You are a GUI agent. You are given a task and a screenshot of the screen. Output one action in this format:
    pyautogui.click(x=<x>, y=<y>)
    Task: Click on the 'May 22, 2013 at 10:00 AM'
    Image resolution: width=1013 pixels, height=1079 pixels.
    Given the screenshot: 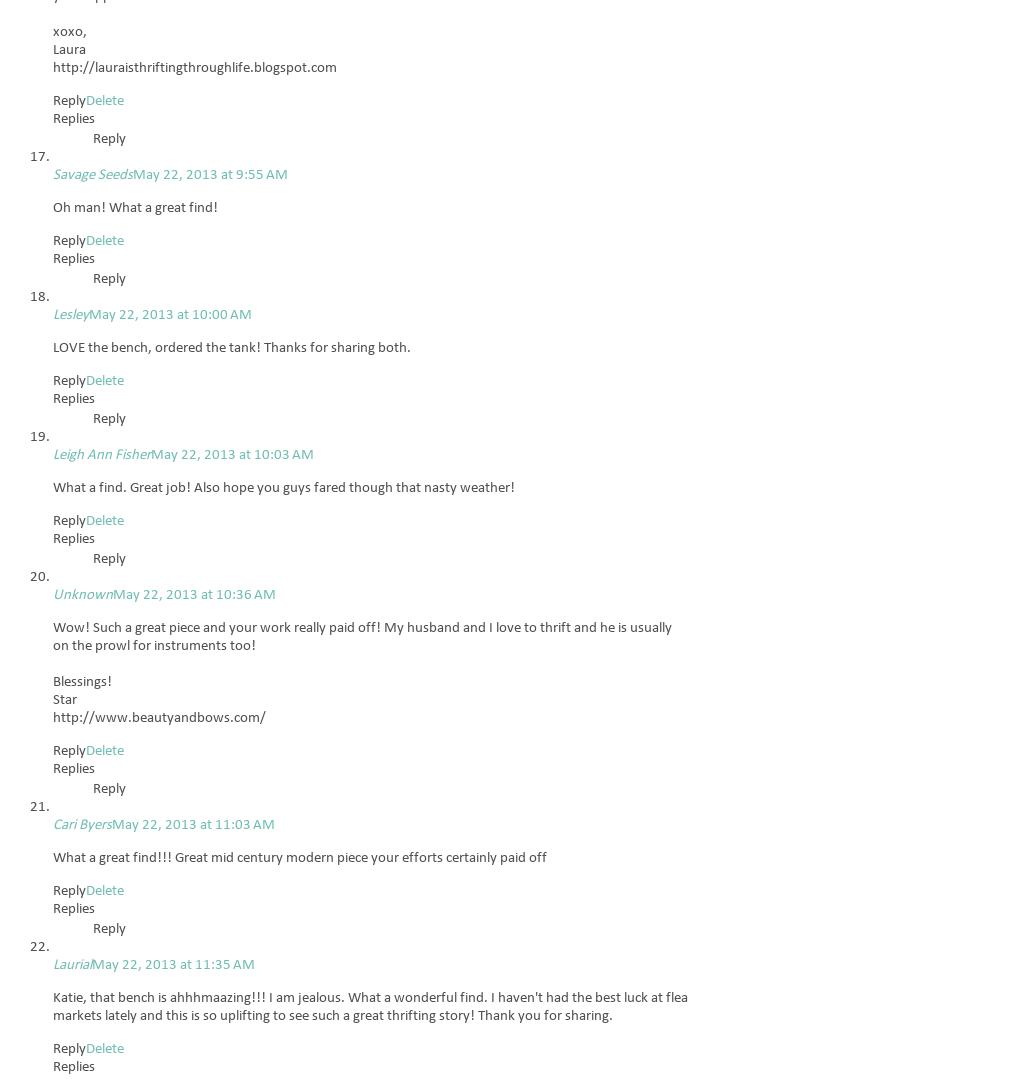 What is the action you would take?
    pyautogui.click(x=170, y=314)
    